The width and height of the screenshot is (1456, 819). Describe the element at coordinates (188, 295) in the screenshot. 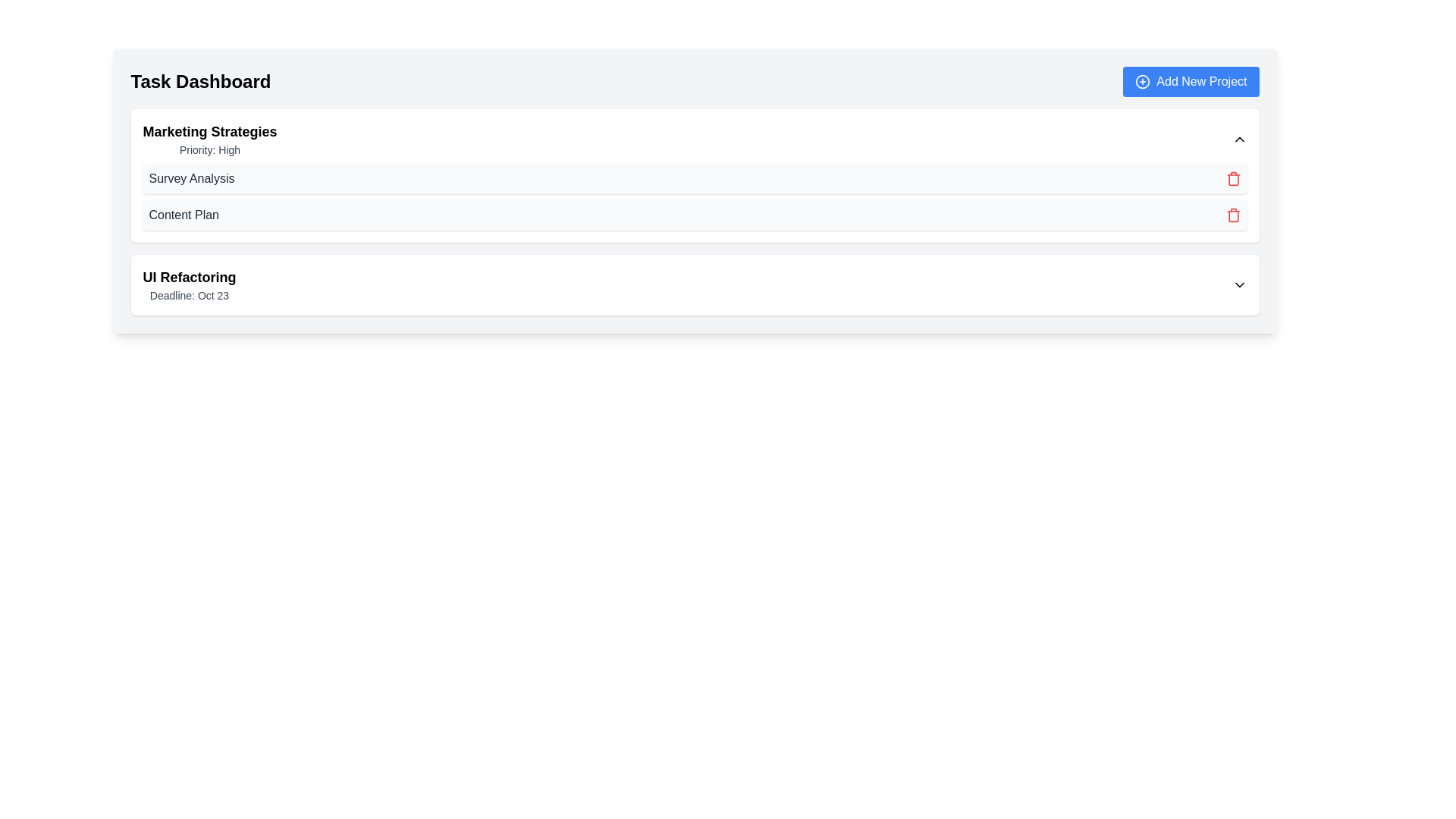

I see `the static text label displaying the deadline for the 'UI Refactoring' task, which is located below the title 'UI Refactoring' and aligned horizontally` at that location.